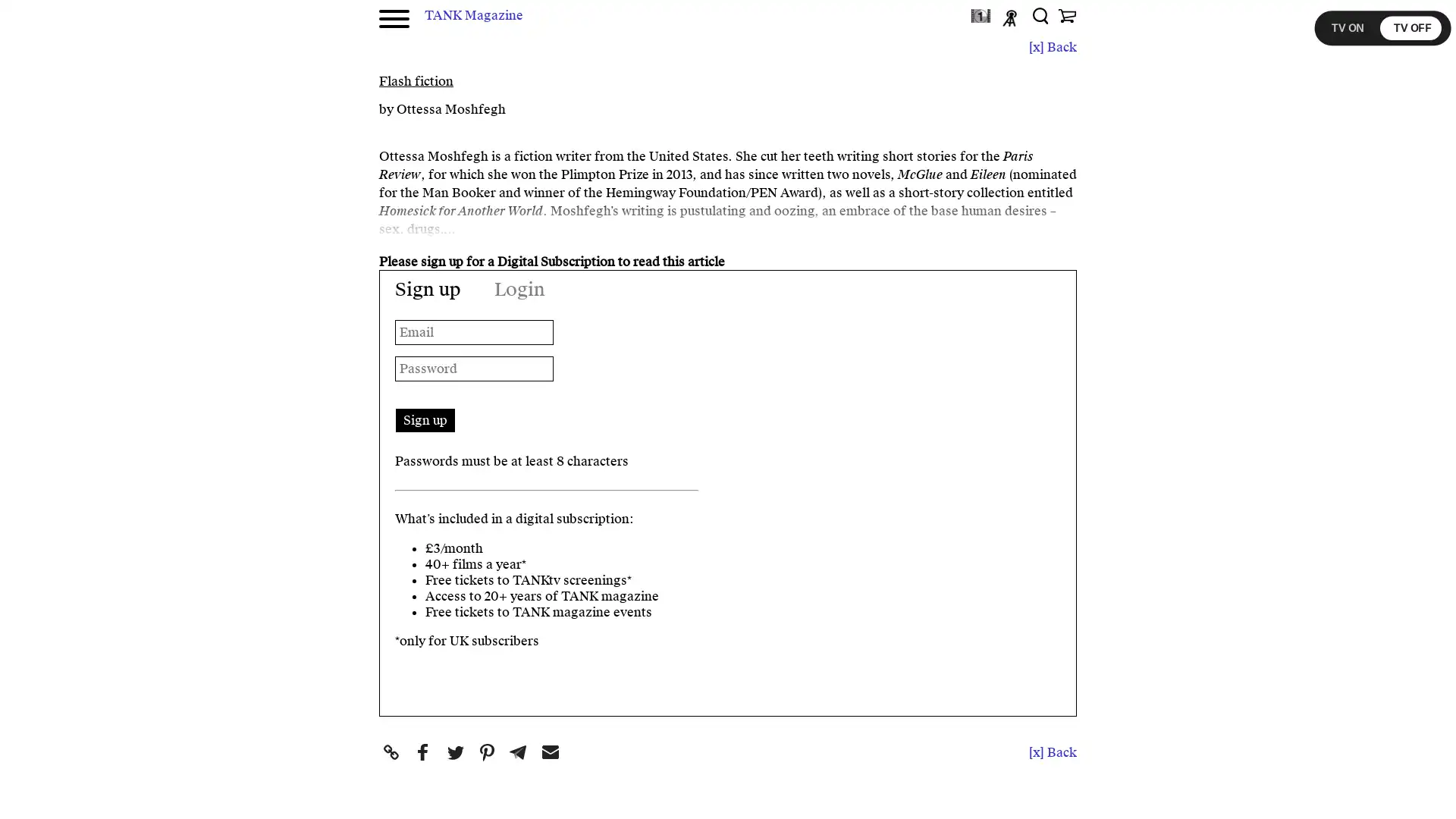  Describe the element at coordinates (981, 15) in the screenshot. I see `TANKtv` at that location.